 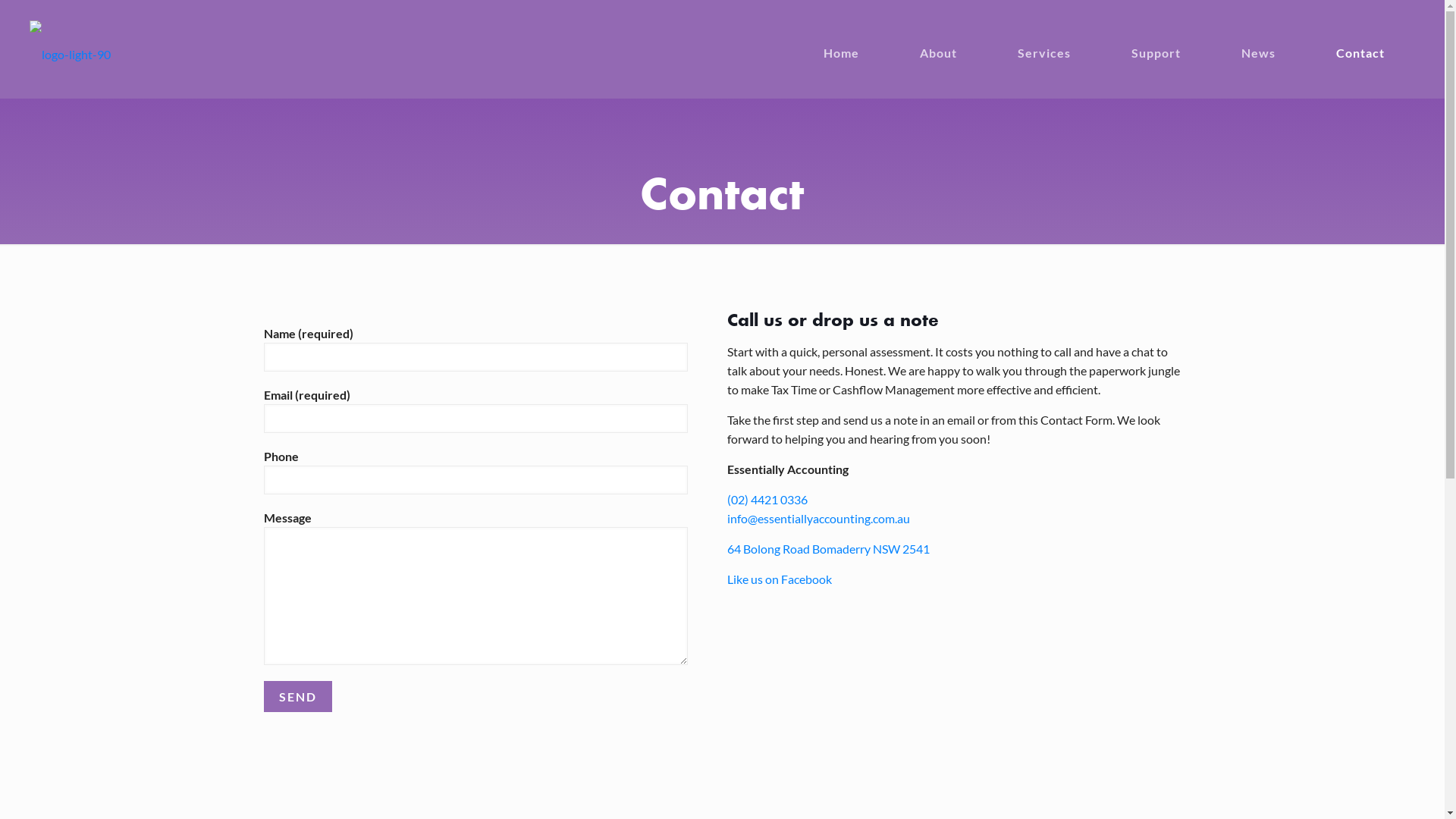 I want to click on '(02) 4421 0336', so click(x=767, y=499).